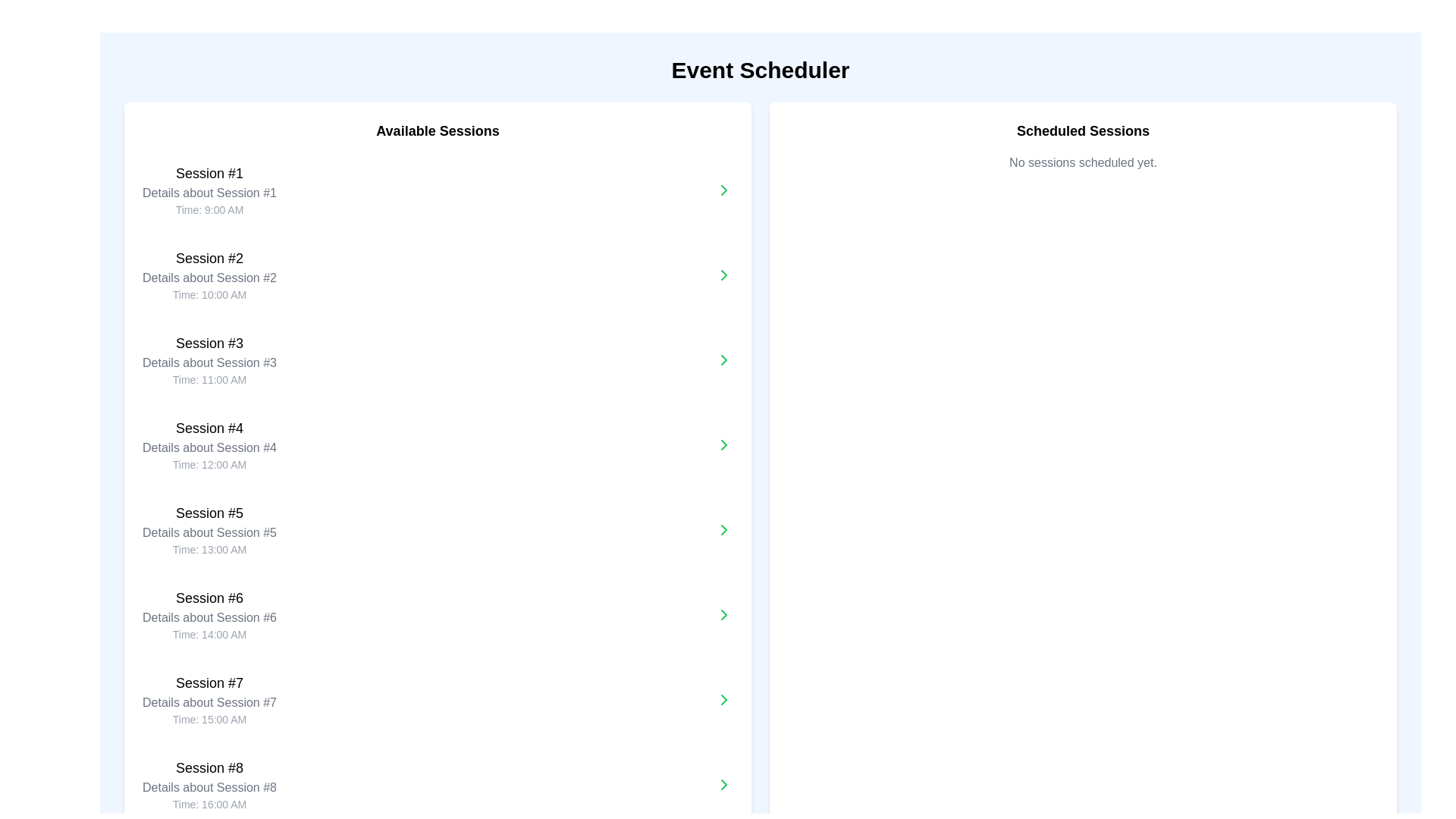 Image resolution: width=1456 pixels, height=819 pixels. I want to click on prominent header text 'Event Scheduler' located at the top-center of the interface, so click(761, 70).